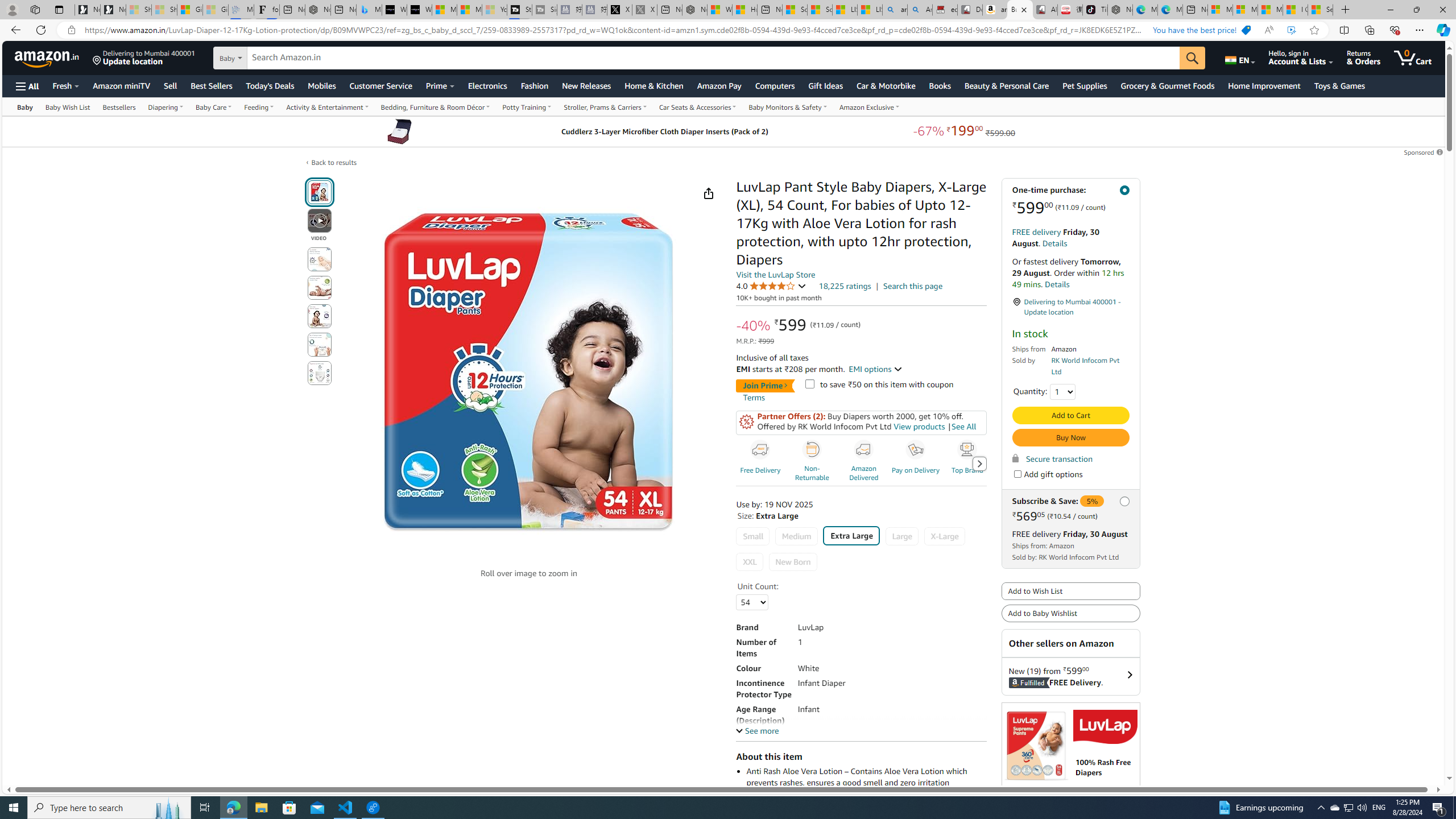 This screenshot has width=1456, height=819. I want to click on 'Enhance video', so click(1291, 30).